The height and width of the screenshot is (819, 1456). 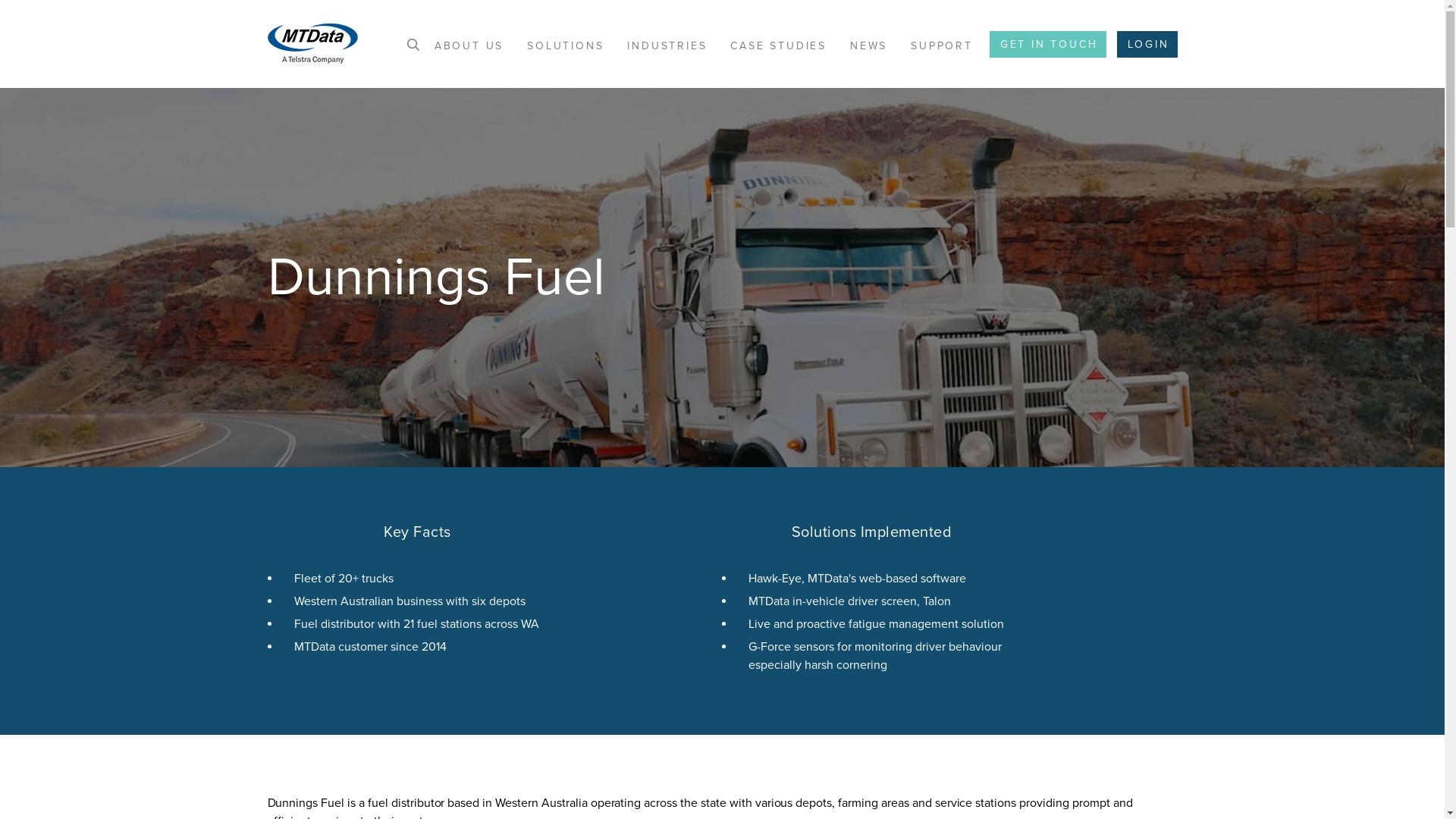 I want to click on 'ABOUT US', so click(x=468, y=45).